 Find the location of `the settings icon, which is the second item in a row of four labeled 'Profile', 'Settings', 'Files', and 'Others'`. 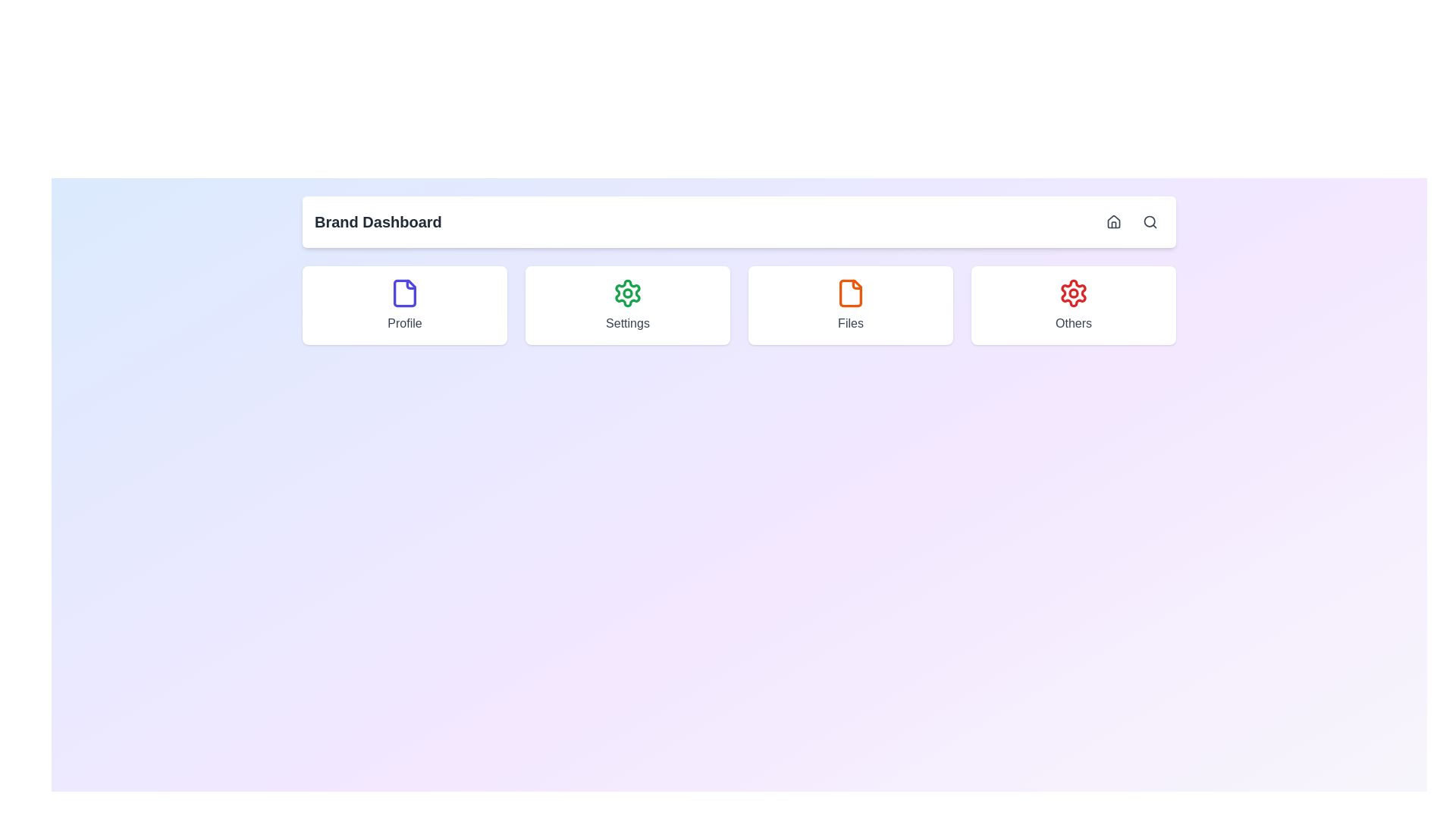

the settings icon, which is the second item in a row of four labeled 'Profile', 'Settings', 'Files', and 'Others' is located at coordinates (628, 293).